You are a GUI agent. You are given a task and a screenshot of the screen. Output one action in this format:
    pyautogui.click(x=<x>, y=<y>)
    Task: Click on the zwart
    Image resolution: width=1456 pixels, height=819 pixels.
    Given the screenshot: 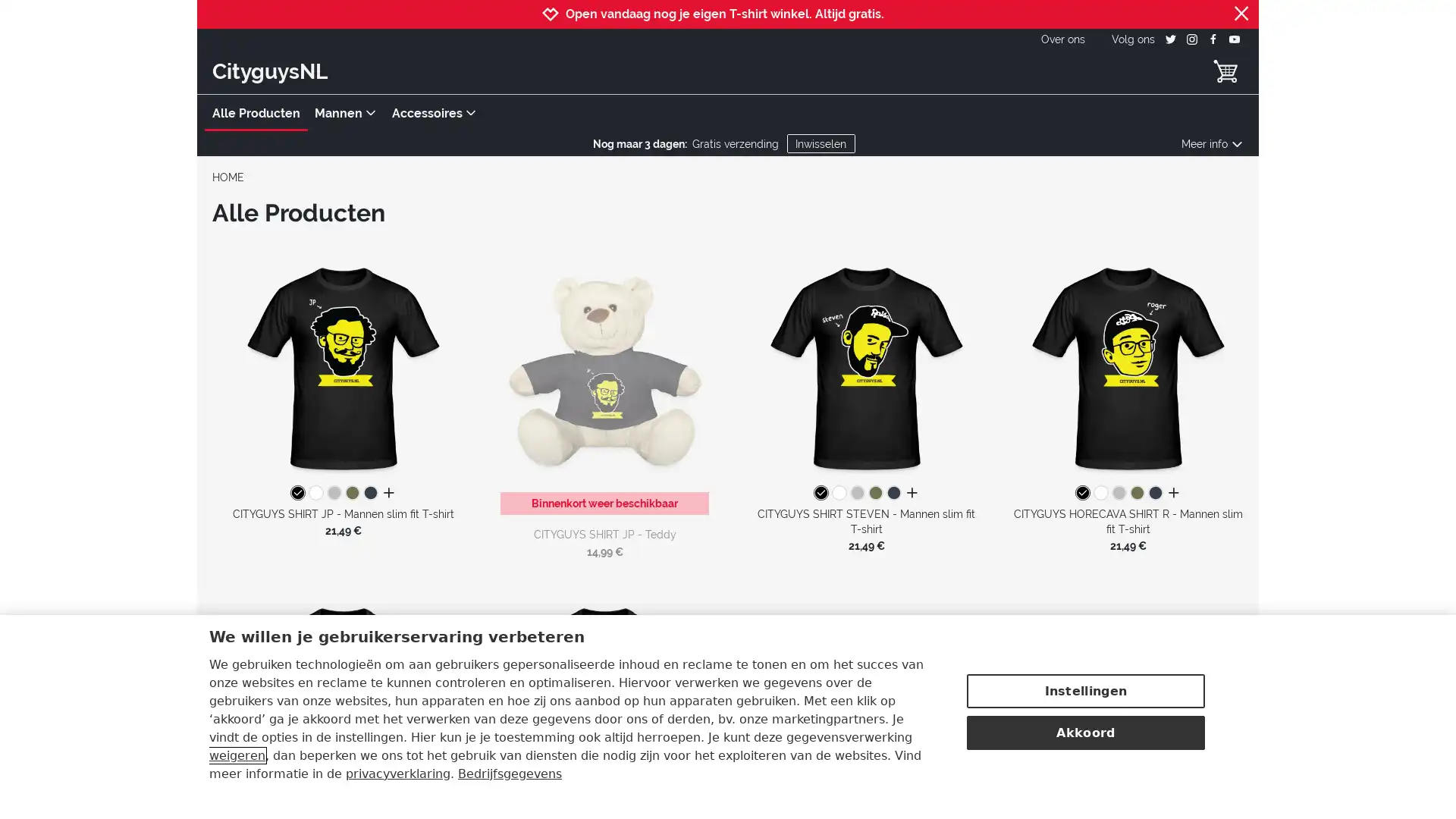 What is the action you would take?
    pyautogui.click(x=819, y=494)
    